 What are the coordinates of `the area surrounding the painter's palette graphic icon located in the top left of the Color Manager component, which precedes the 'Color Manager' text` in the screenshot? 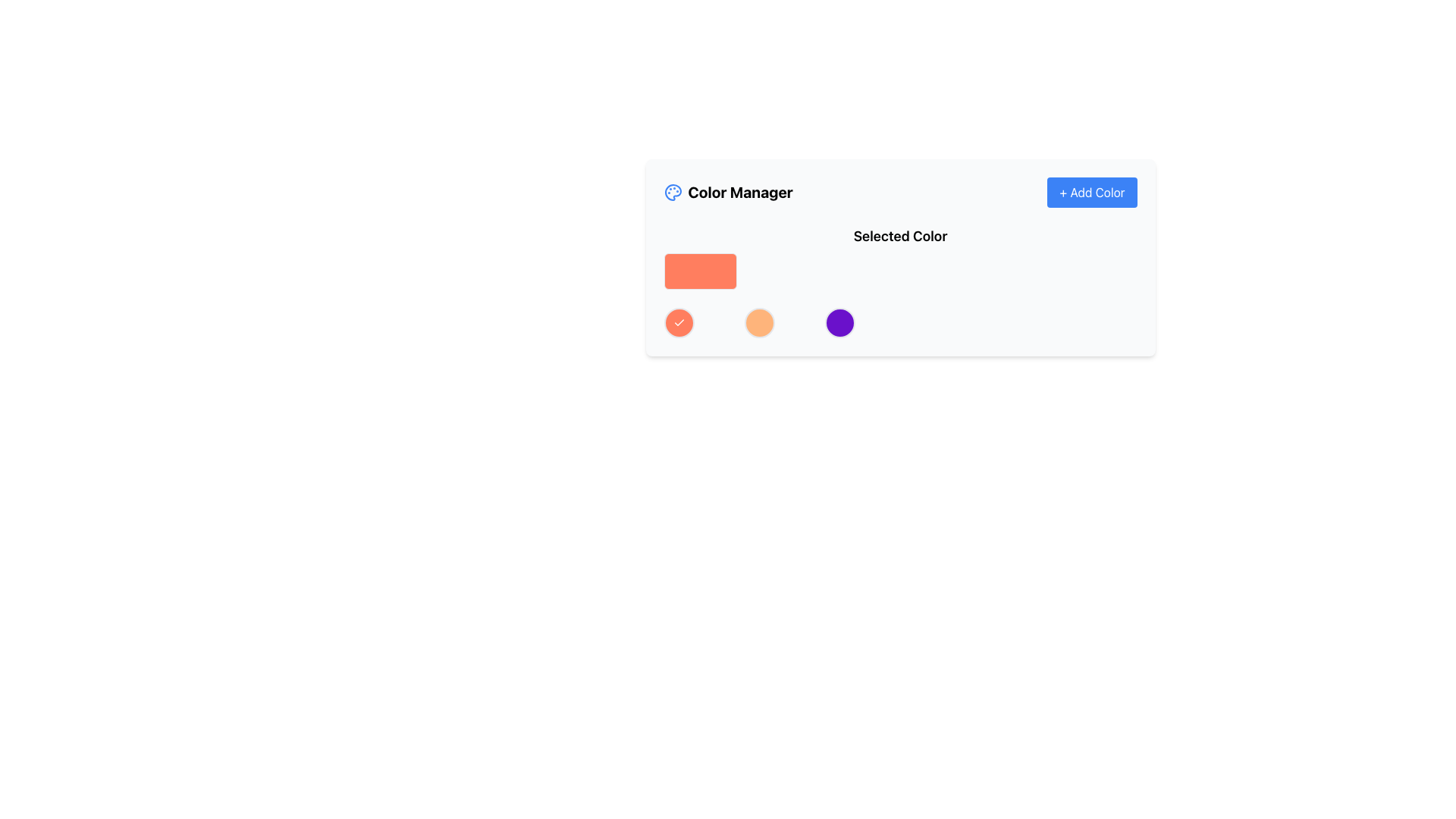 It's located at (672, 192).